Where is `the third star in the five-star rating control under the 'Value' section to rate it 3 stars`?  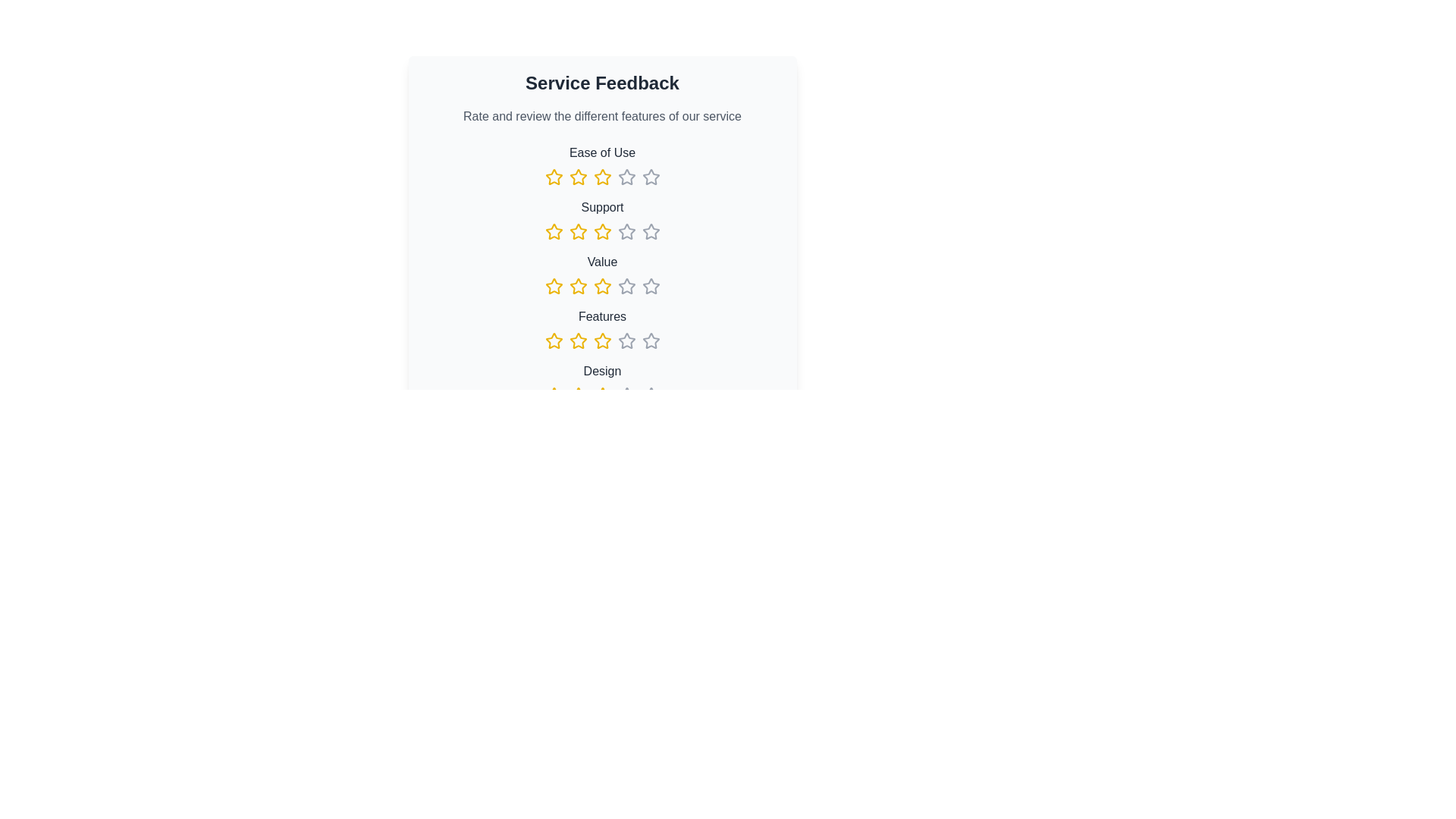
the third star in the five-star rating control under the 'Value' section to rate it 3 stars is located at coordinates (601, 287).